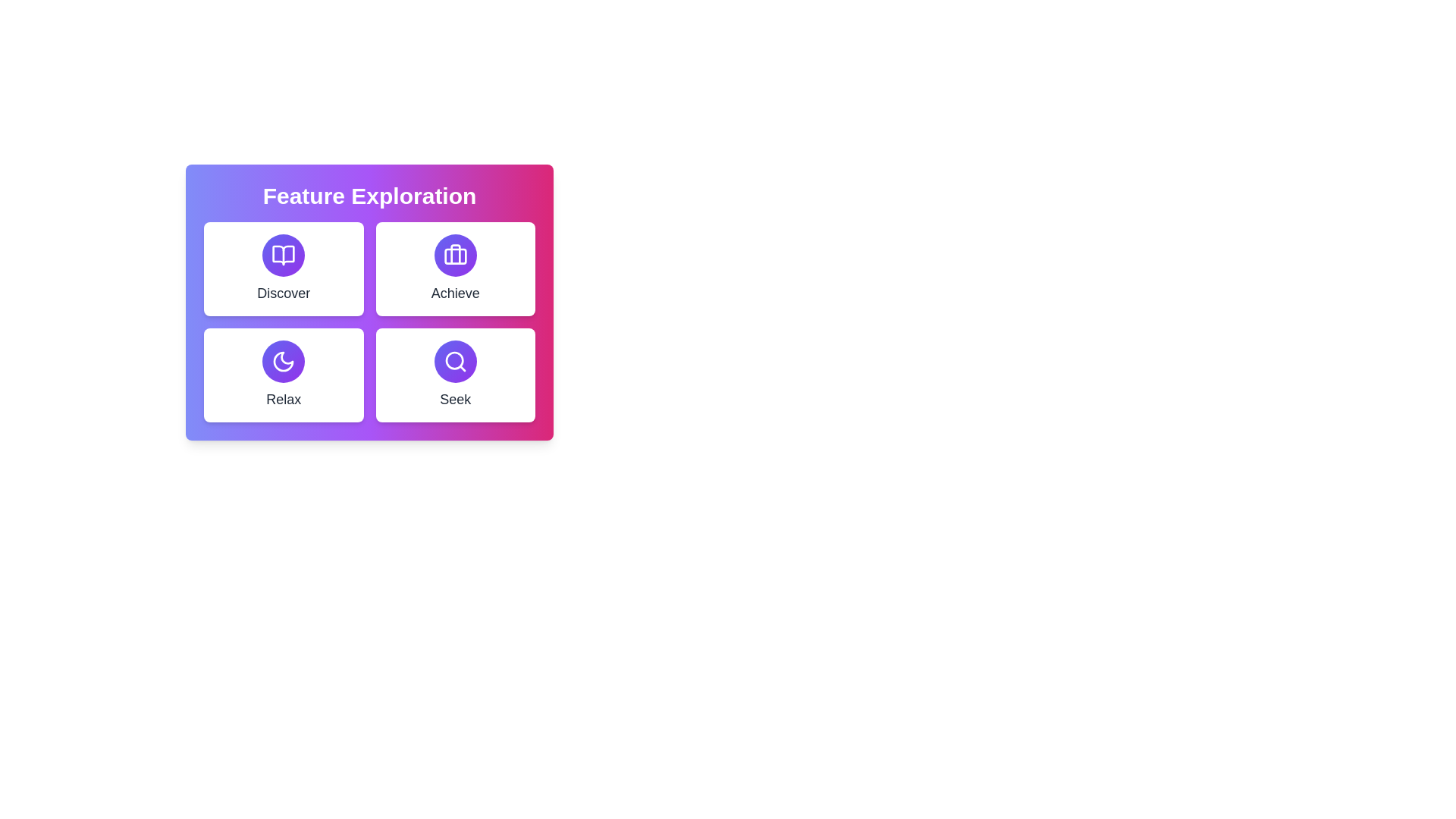  What do you see at coordinates (454, 293) in the screenshot?
I see `text label located directly below the purple circular icon with the briefcase symbol in the upper-right cell of the 2x2 grid within the 'Feature Exploration' module` at bounding box center [454, 293].